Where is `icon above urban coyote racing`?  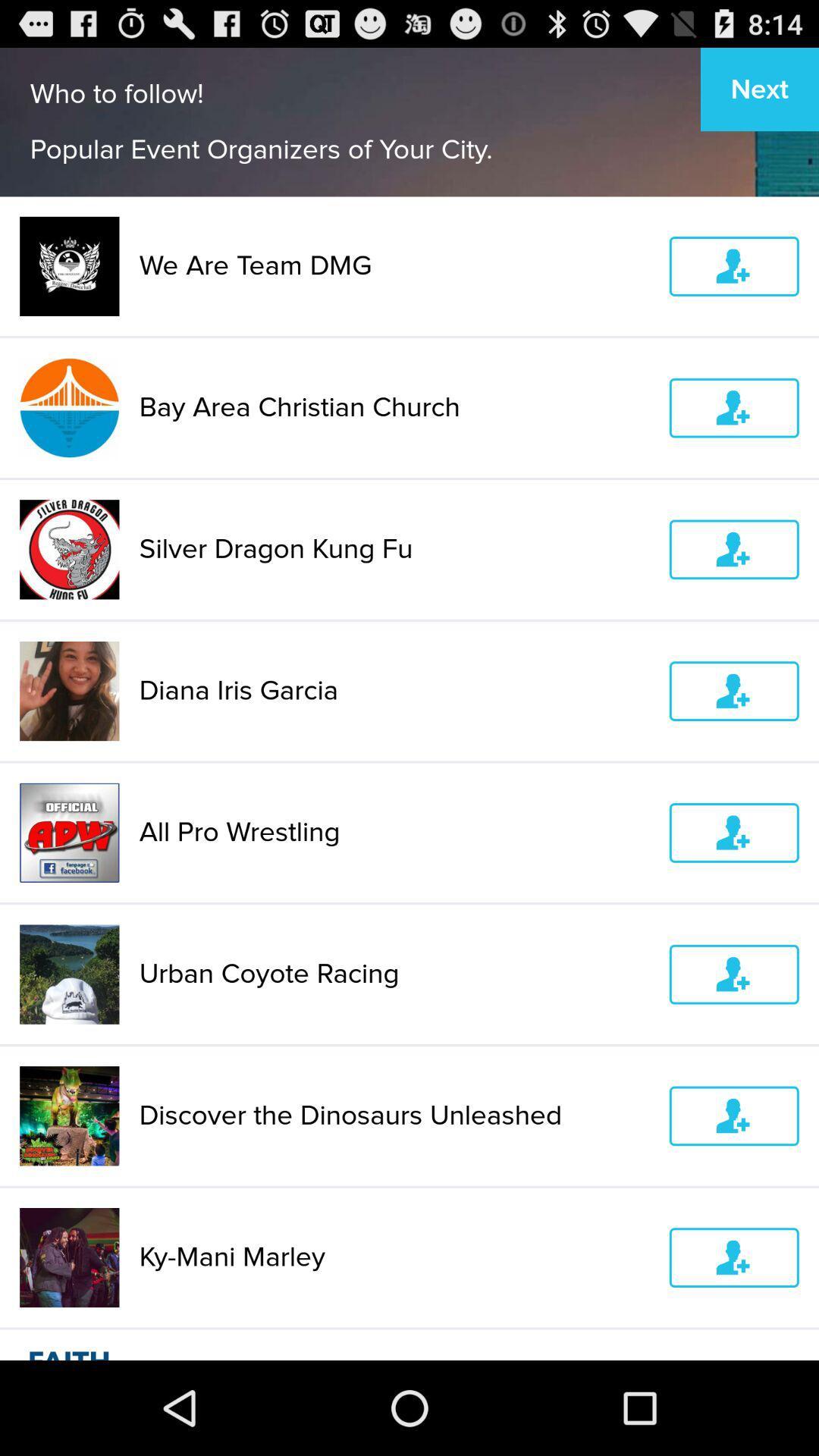
icon above urban coyote racing is located at coordinates (394, 832).